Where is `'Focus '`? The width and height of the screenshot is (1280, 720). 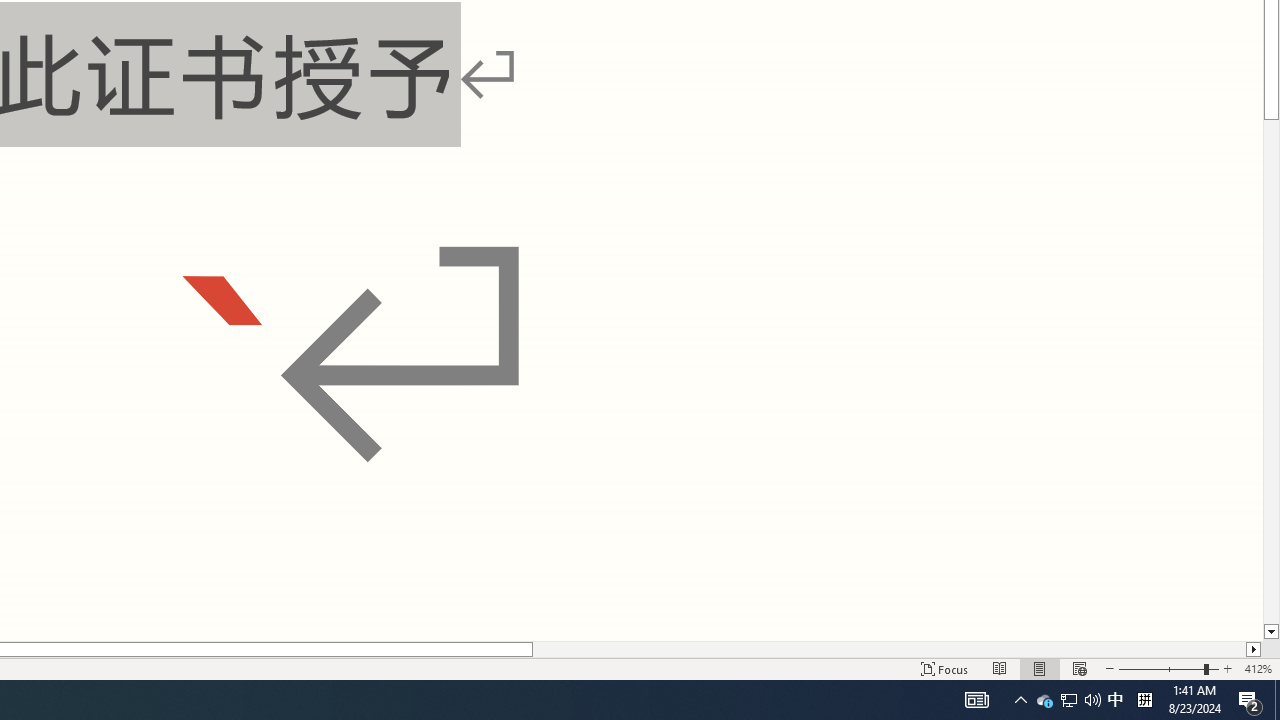
'Focus ' is located at coordinates (943, 669).